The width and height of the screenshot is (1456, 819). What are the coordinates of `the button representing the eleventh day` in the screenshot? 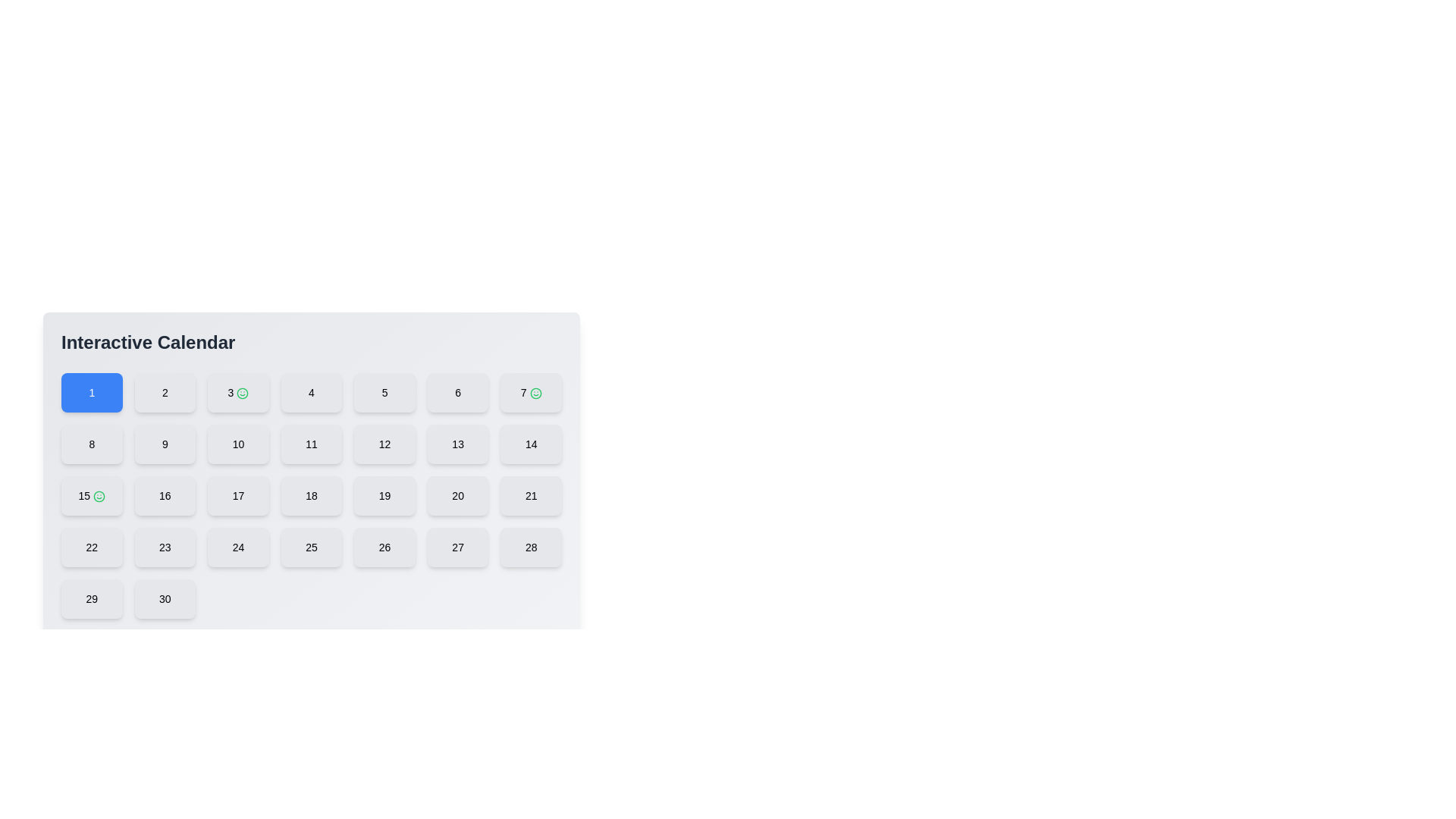 It's located at (311, 444).